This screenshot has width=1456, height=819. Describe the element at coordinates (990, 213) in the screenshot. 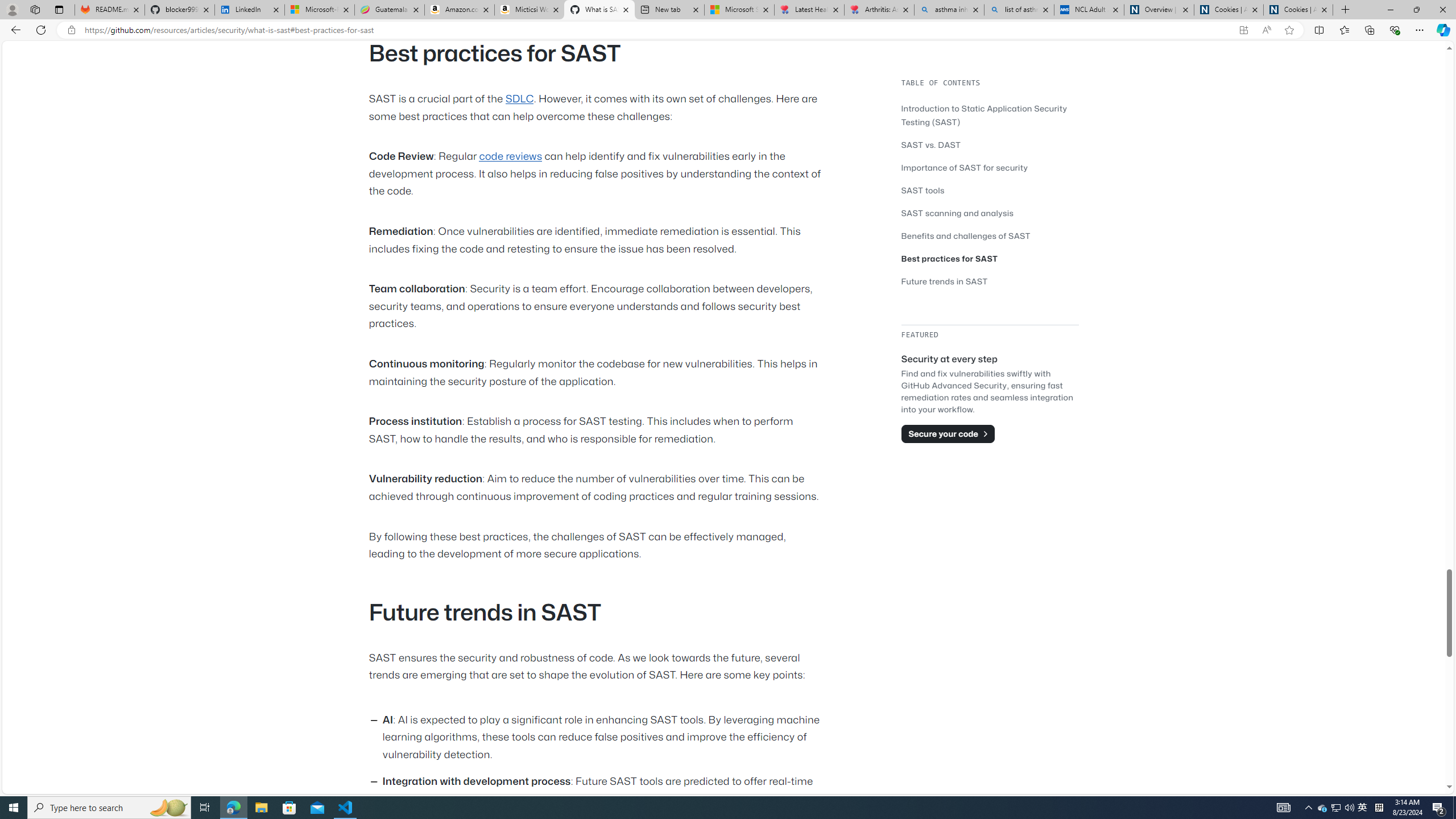

I see `'SAST scanning and analysis'` at that location.